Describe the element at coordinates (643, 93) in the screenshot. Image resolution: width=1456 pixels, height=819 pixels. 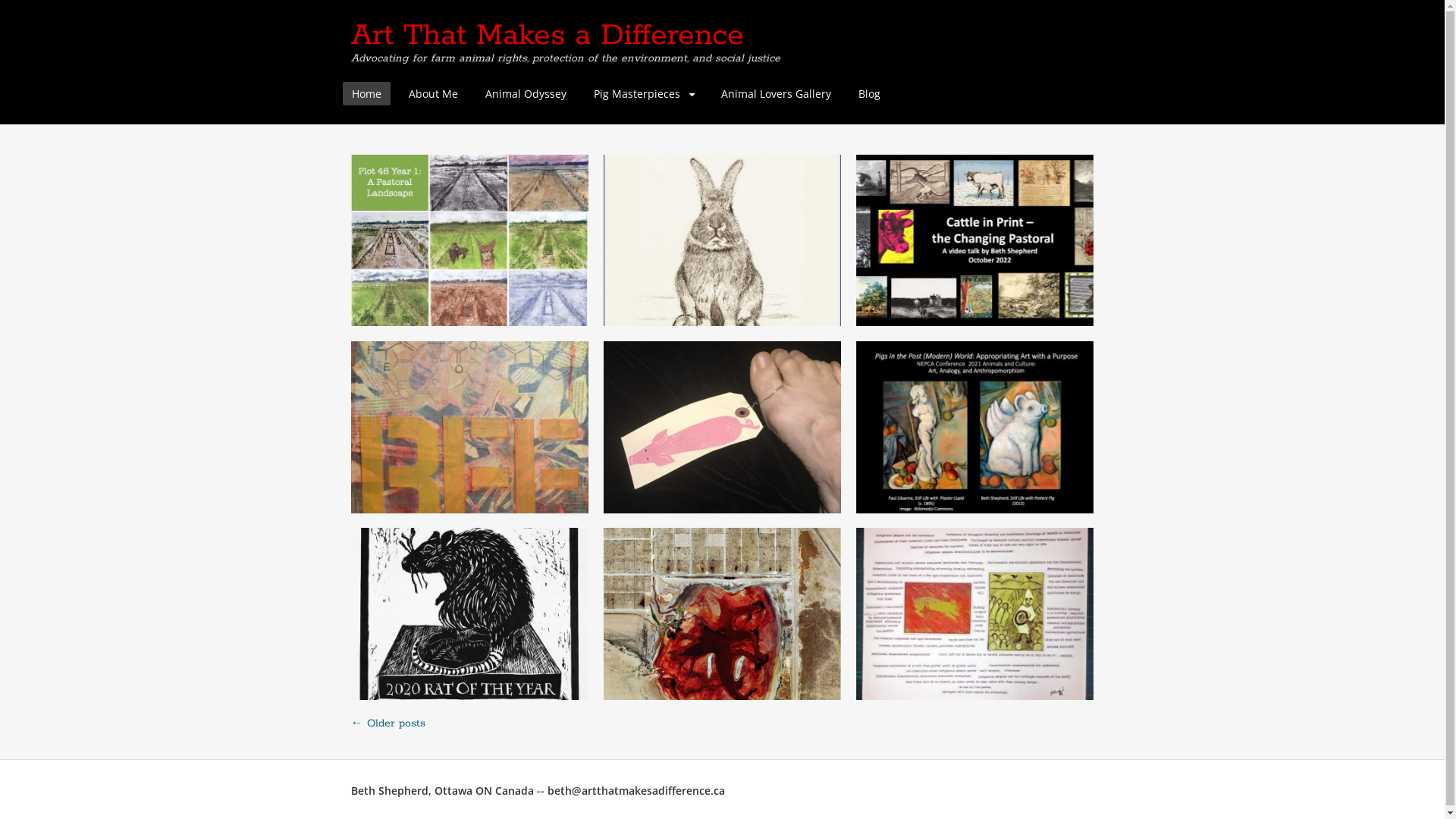
I see `'Pig Masterpieces'` at that location.